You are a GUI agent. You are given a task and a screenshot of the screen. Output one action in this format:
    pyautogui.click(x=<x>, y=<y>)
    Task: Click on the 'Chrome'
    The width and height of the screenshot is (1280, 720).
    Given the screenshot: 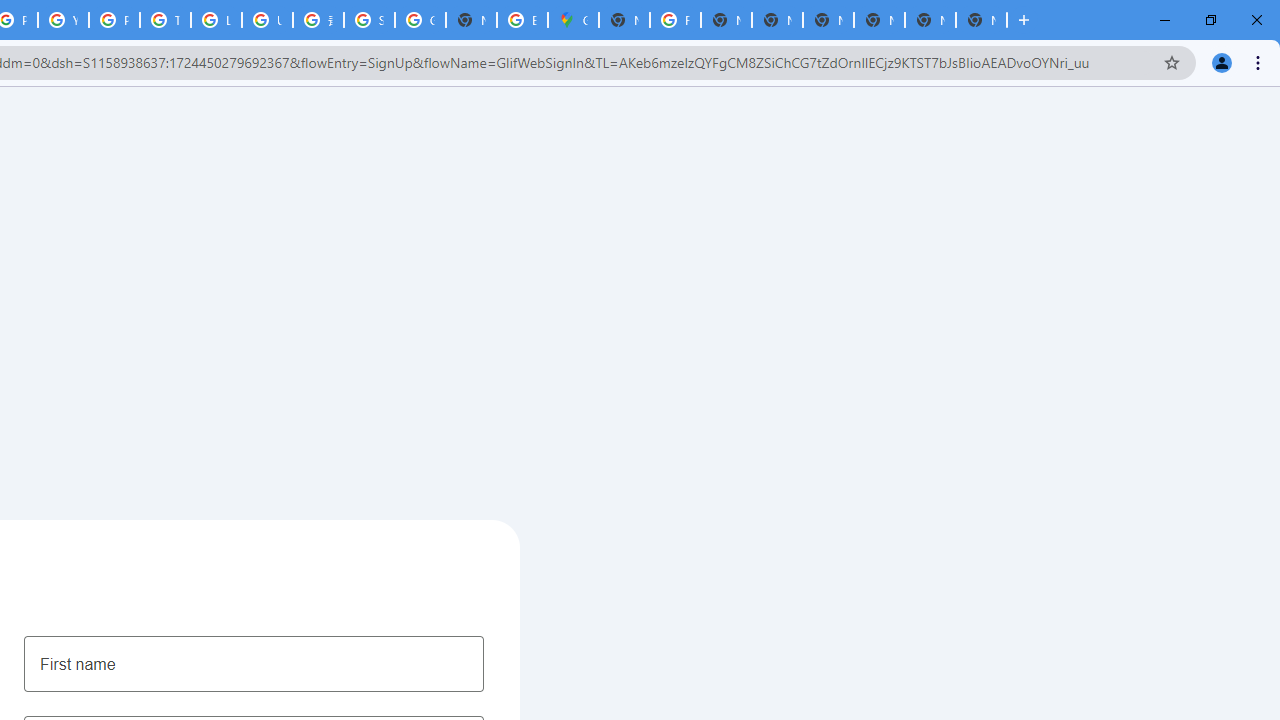 What is the action you would take?
    pyautogui.click(x=1259, y=61)
    